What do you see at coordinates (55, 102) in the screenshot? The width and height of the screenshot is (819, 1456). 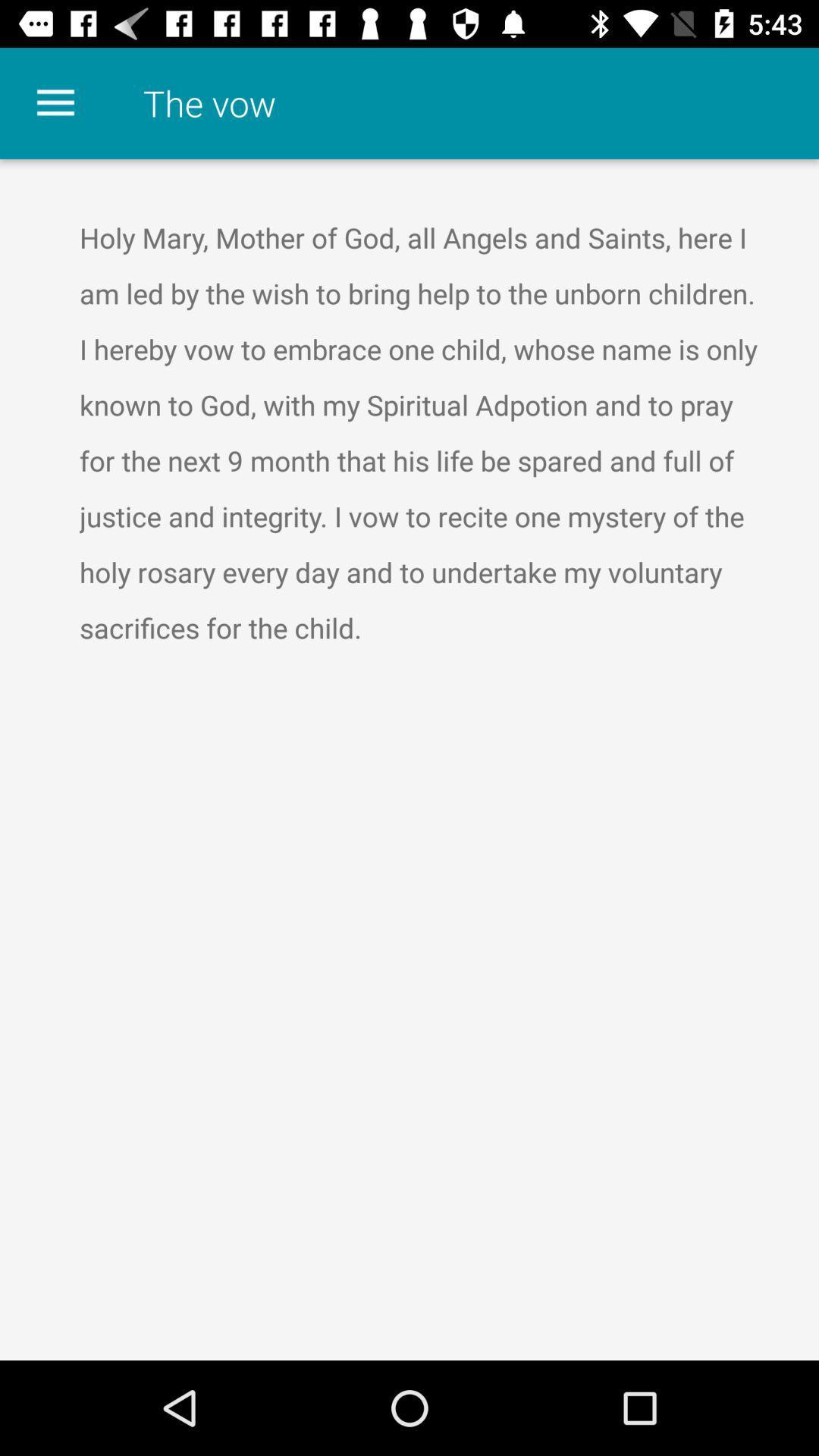 I see `the icon next to the vow item` at bounding box center [55, 102].